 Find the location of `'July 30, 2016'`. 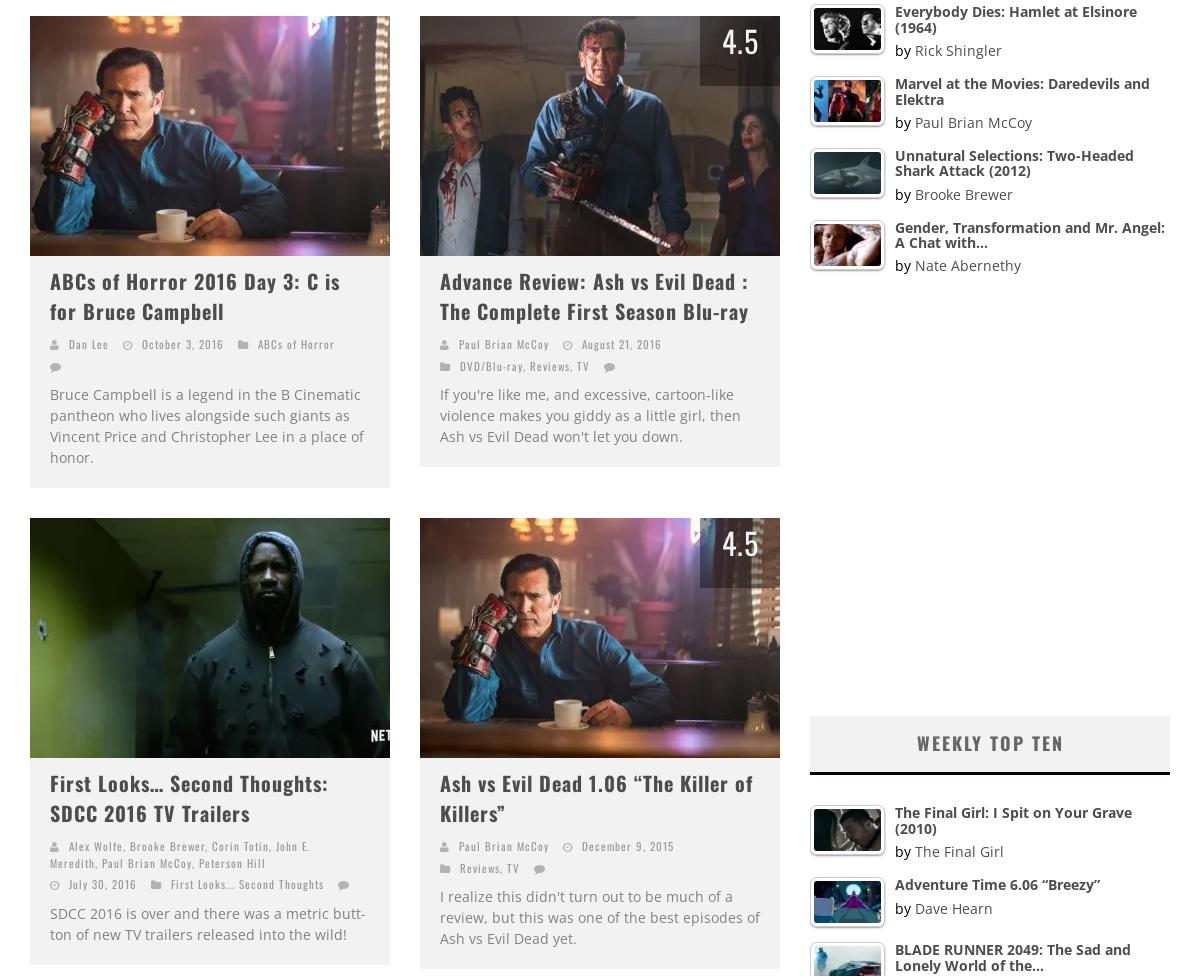

'July 30, 2016' is located at coordinates (102, 882).